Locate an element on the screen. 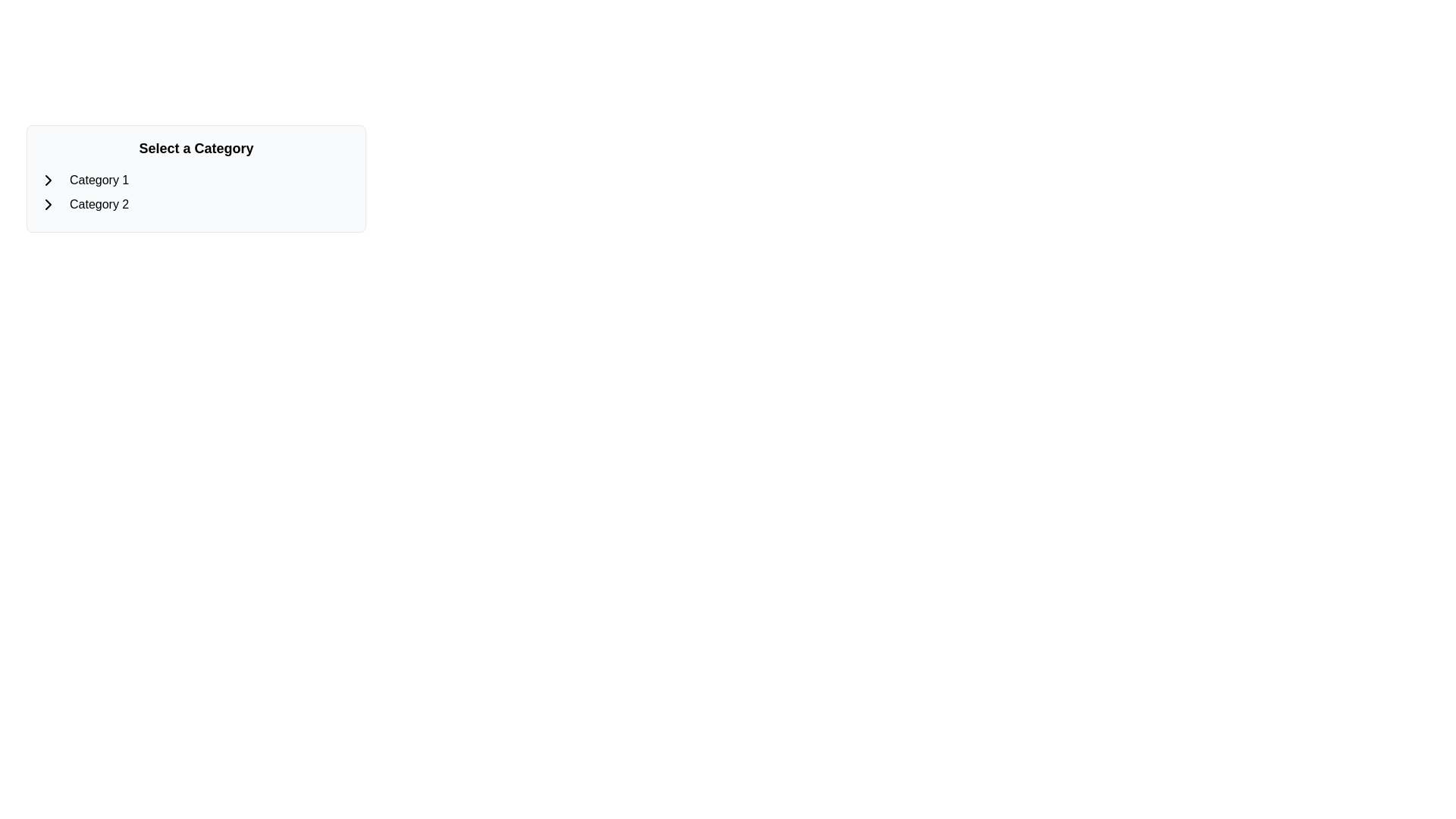  the button with a rightward arrow icon, located at the far left of the entry labeled 'Category 2' is located at coordinates (48, 205).